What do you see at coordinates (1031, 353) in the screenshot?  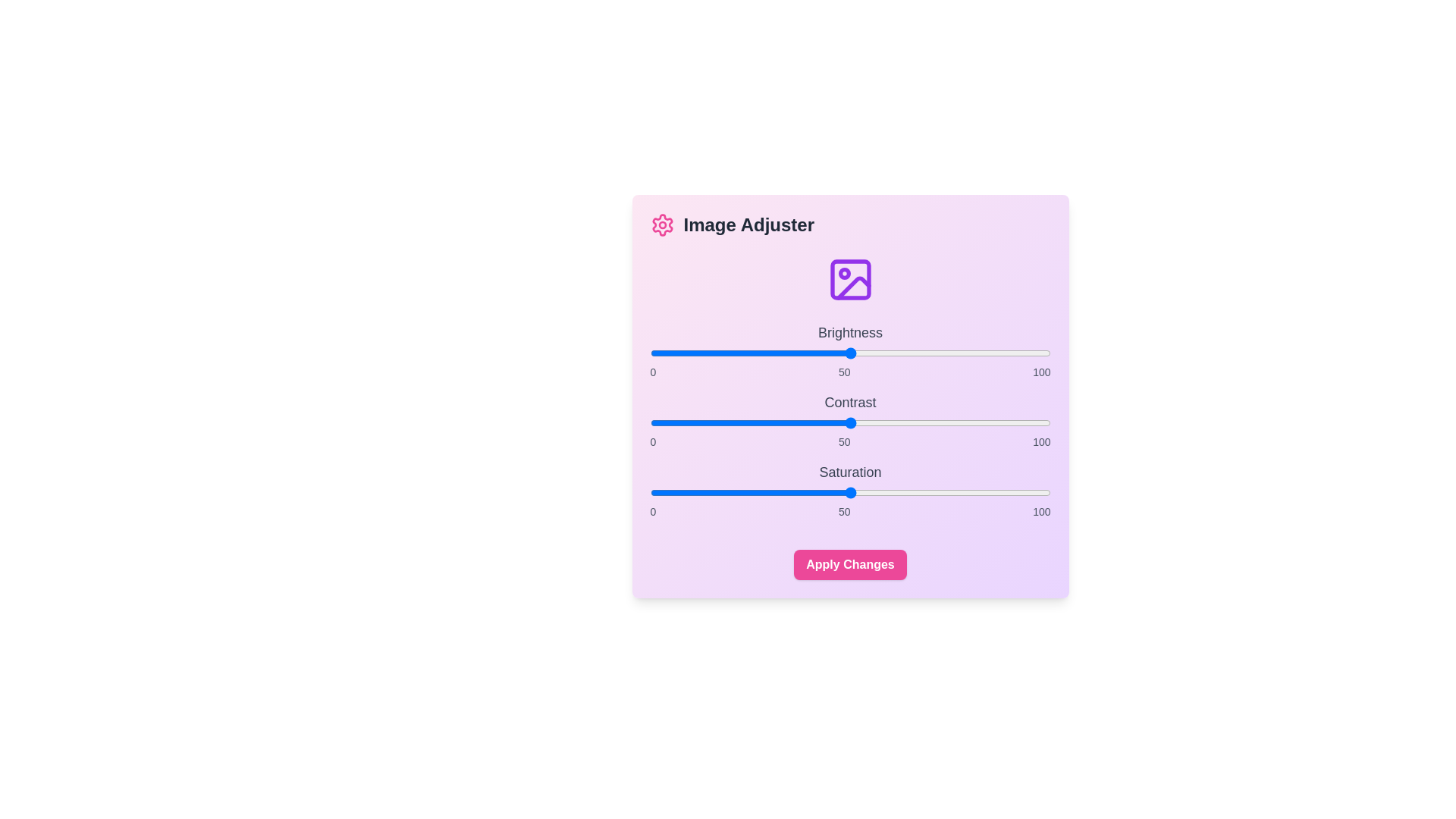 I see `the brightness slider to 95 value` at bounding box center [1031, 353].